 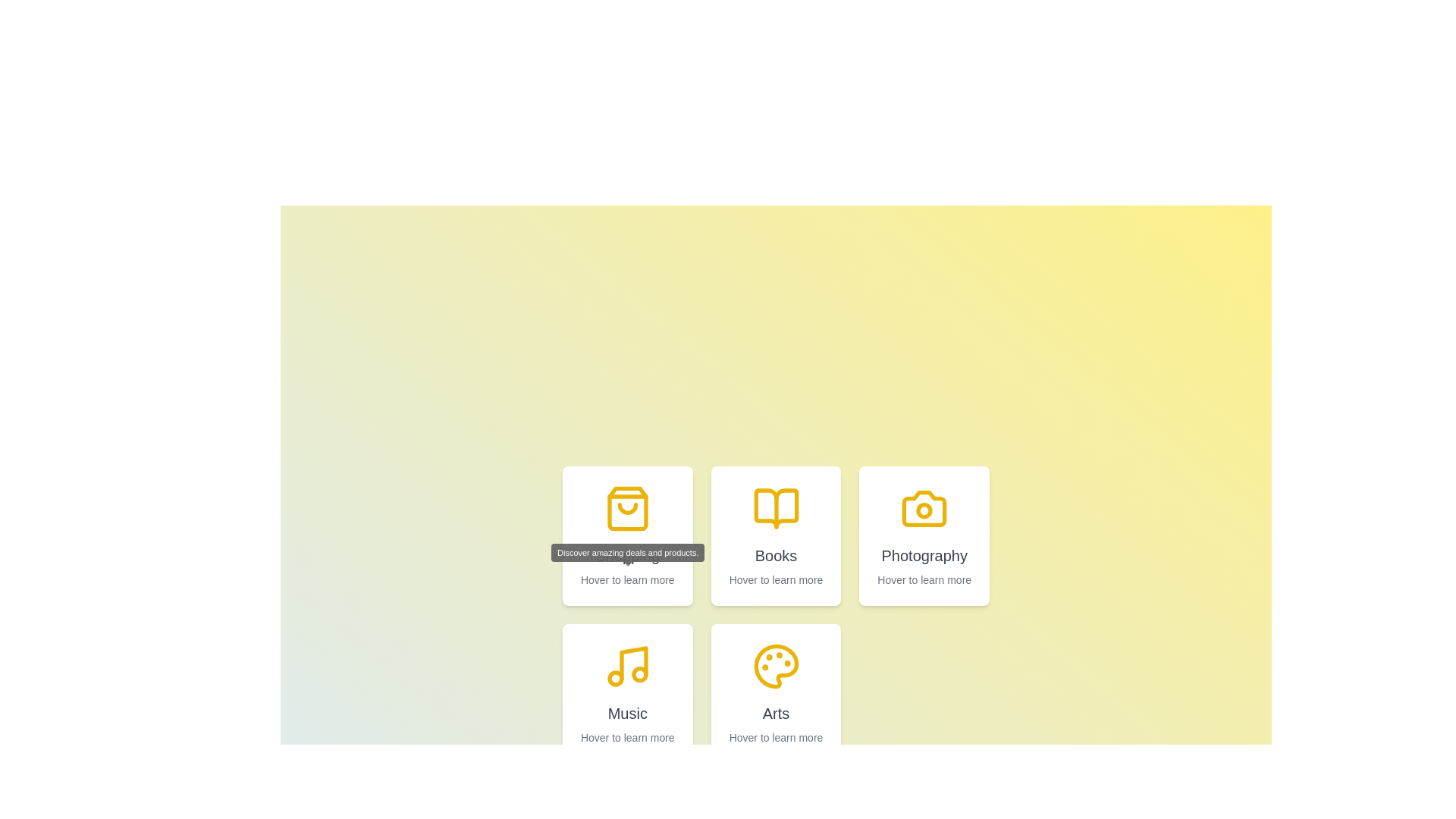 What do you see at coordinates (776, 736) in the screenshot?
I see `the text display element reading 'Hover to learn more', styled in gray and positioned at the bottom of the 'Arts' card` at bounding box center [776, 736].